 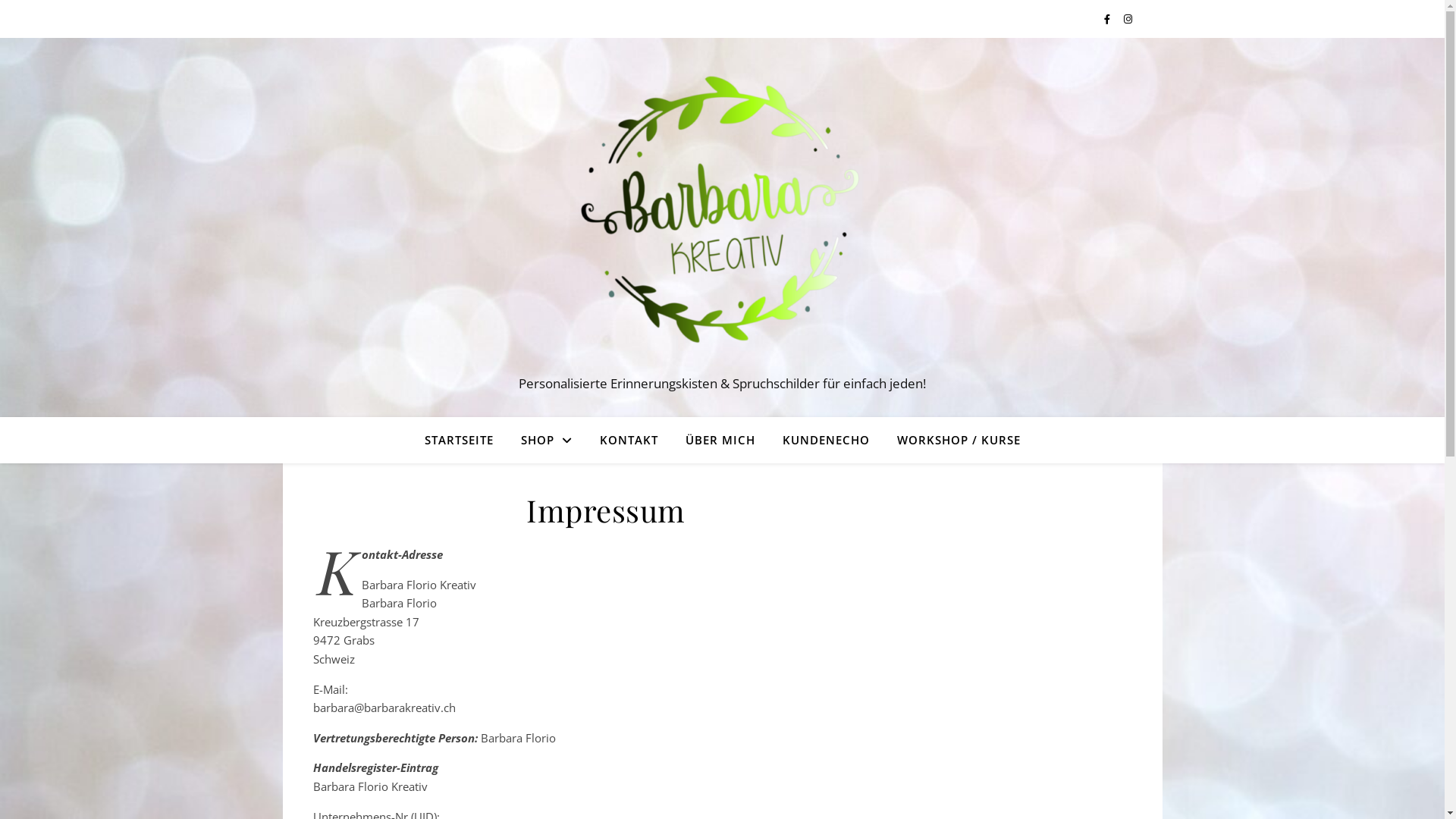 I want to click on 'KONTAKT', so click(x=628, y=439).